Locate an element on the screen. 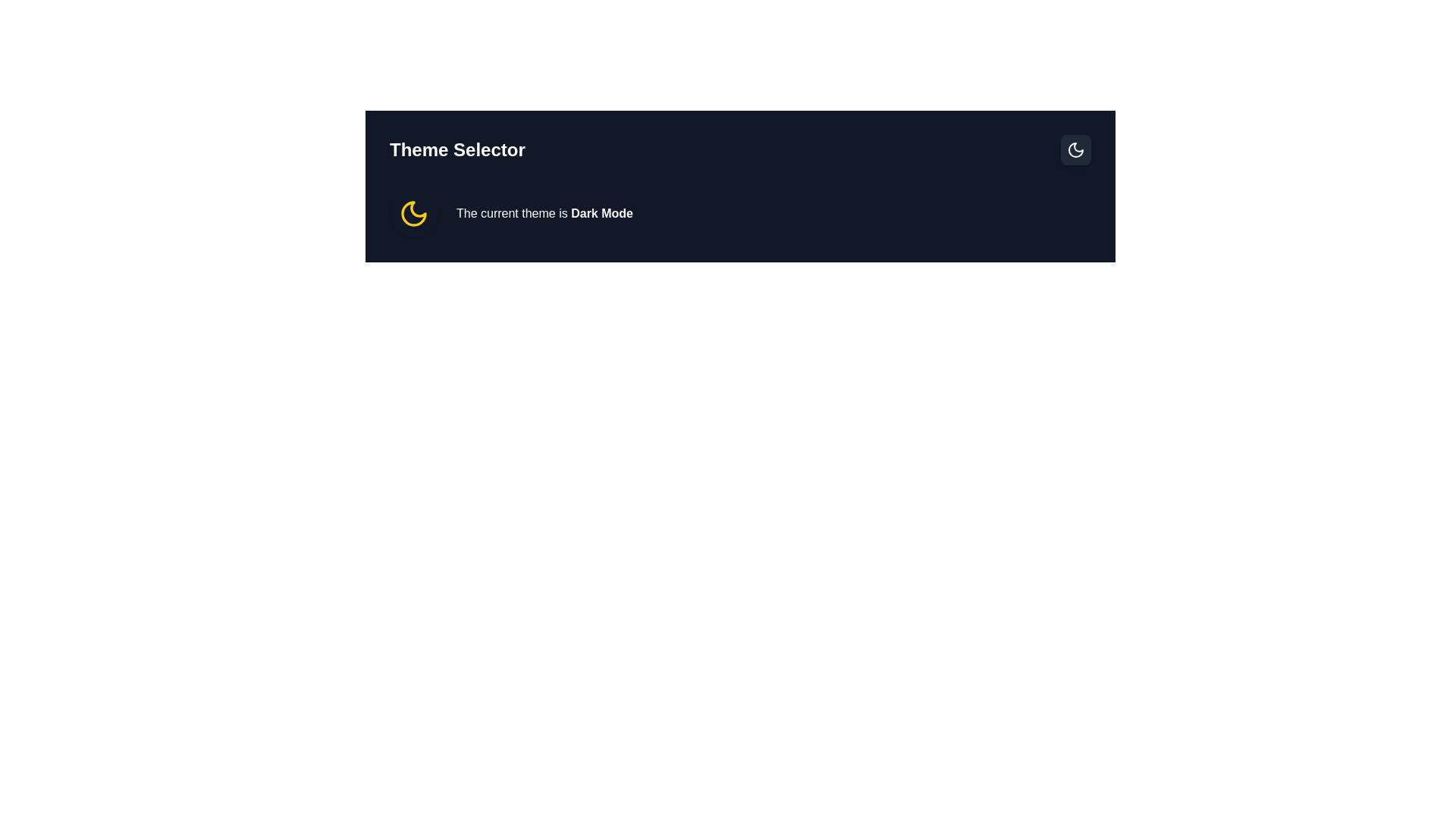 The width and height of the screenshot is (1456, 819). the crescent moon vector graphic icon located in the top-left corner of the interface, adjacent to the text indicating the current theme, which reads 'The current theme is Dark Mode' is located at coordinates (1075, 149).